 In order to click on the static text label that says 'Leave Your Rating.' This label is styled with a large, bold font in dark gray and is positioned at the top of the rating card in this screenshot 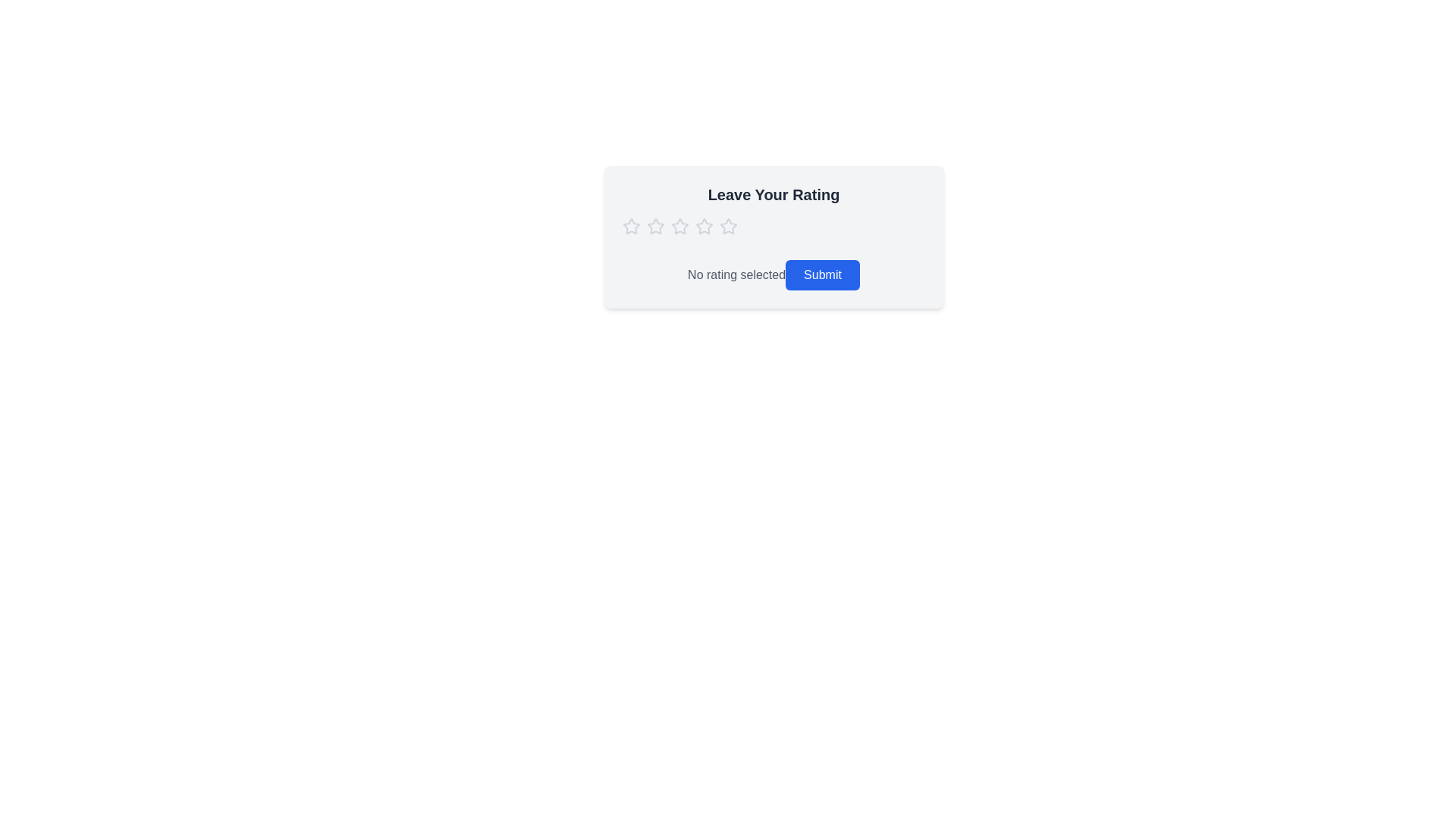, I will do `click(773, 194)`.